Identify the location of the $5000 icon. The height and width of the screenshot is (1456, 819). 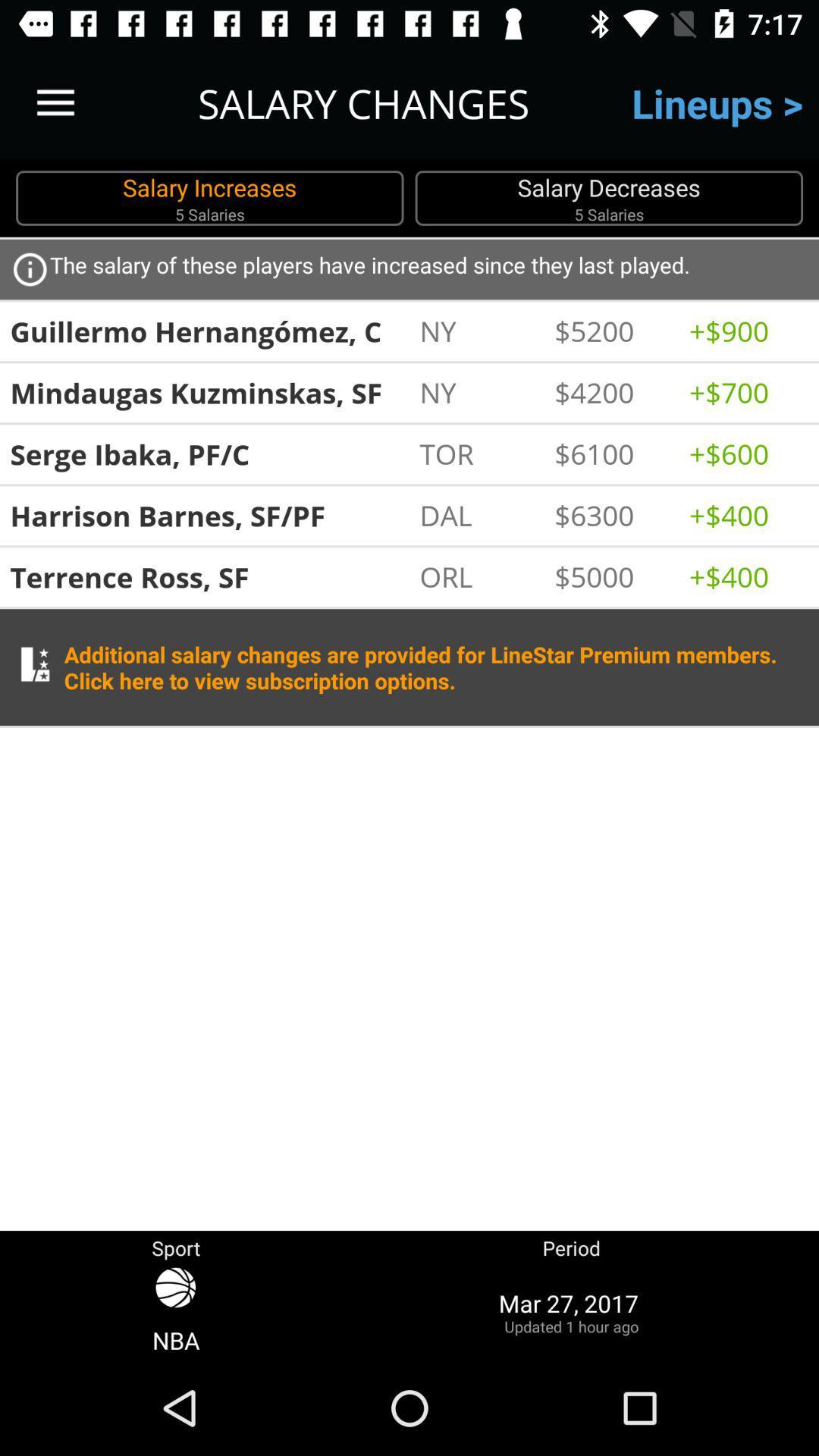
(613, 576).